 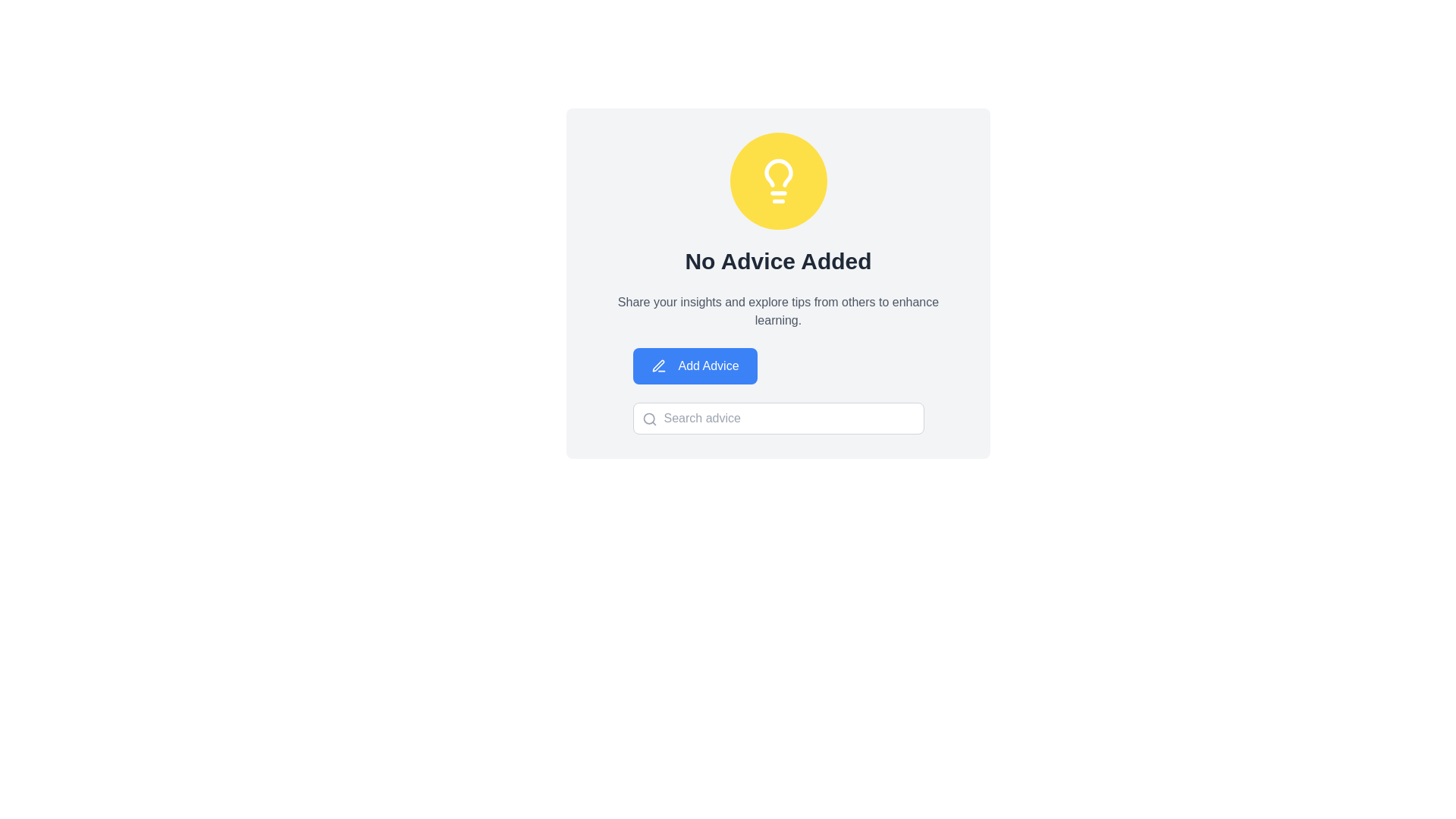 What do you see at coordinates (778, 180) in the screenshot?
I see `the lightbulb icon button, which serves as a decorative element representing ideas or advice, located above the 'No Advice Added' text` at bounding box center [778, 180].